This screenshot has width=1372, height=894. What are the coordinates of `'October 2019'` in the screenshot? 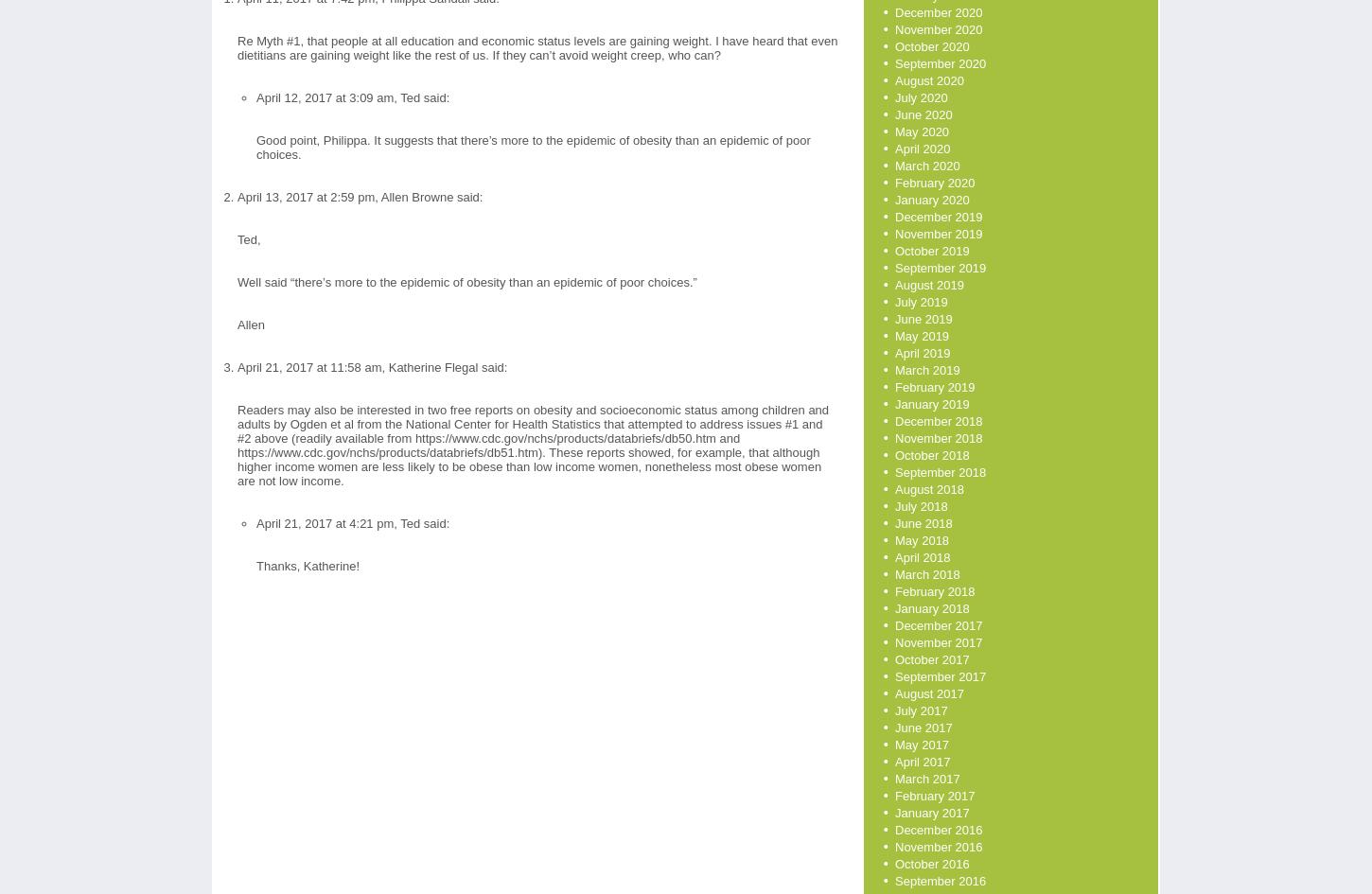 It's located at (931, 250).